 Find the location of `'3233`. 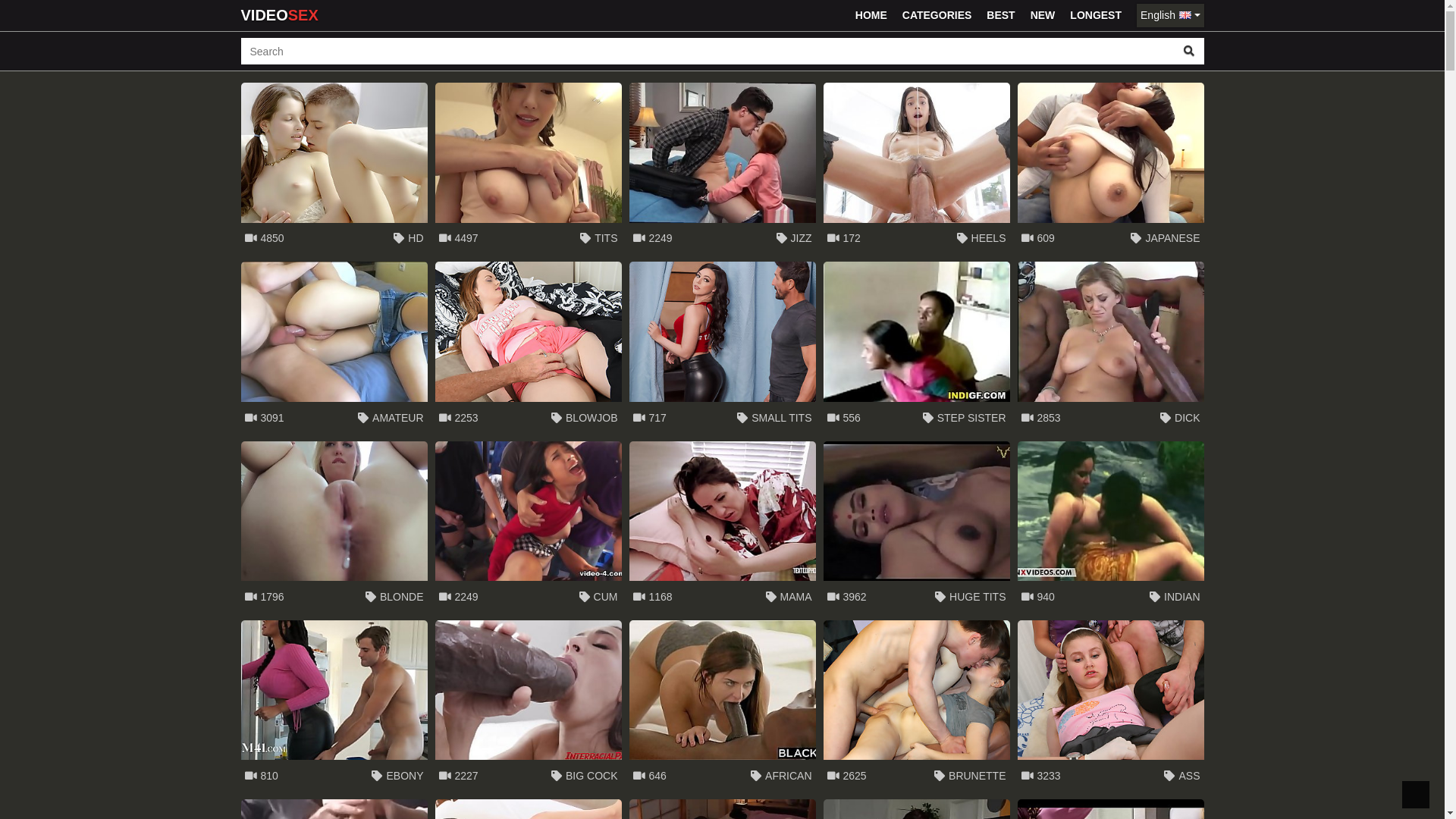

'3233 is located at coordinates (1018, 705).